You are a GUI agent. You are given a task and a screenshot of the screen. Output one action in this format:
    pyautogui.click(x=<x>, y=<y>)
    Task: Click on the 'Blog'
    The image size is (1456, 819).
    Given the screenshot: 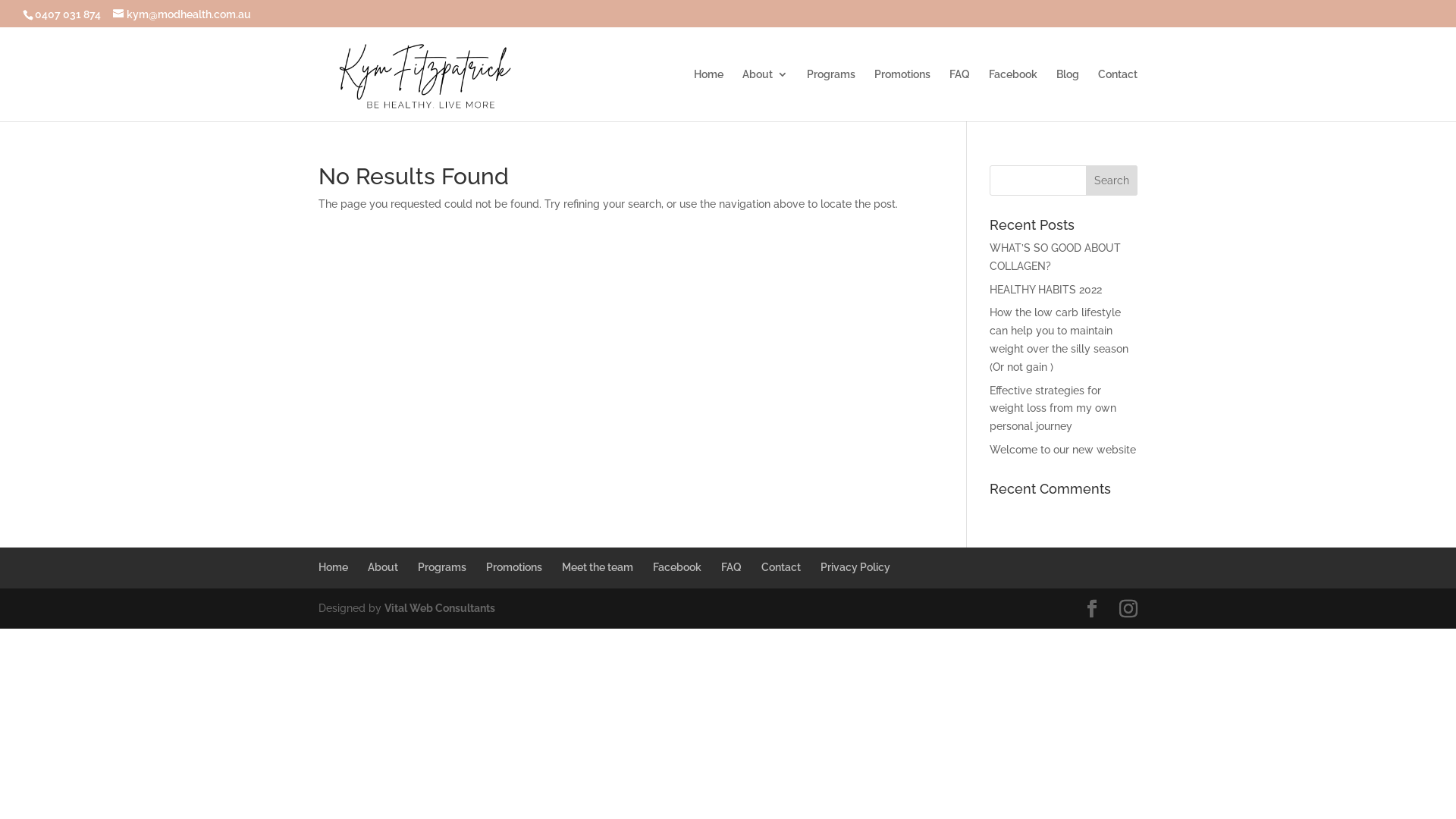 What is the action you would take?
    pyautogui.click(x=1066, y=95)
    